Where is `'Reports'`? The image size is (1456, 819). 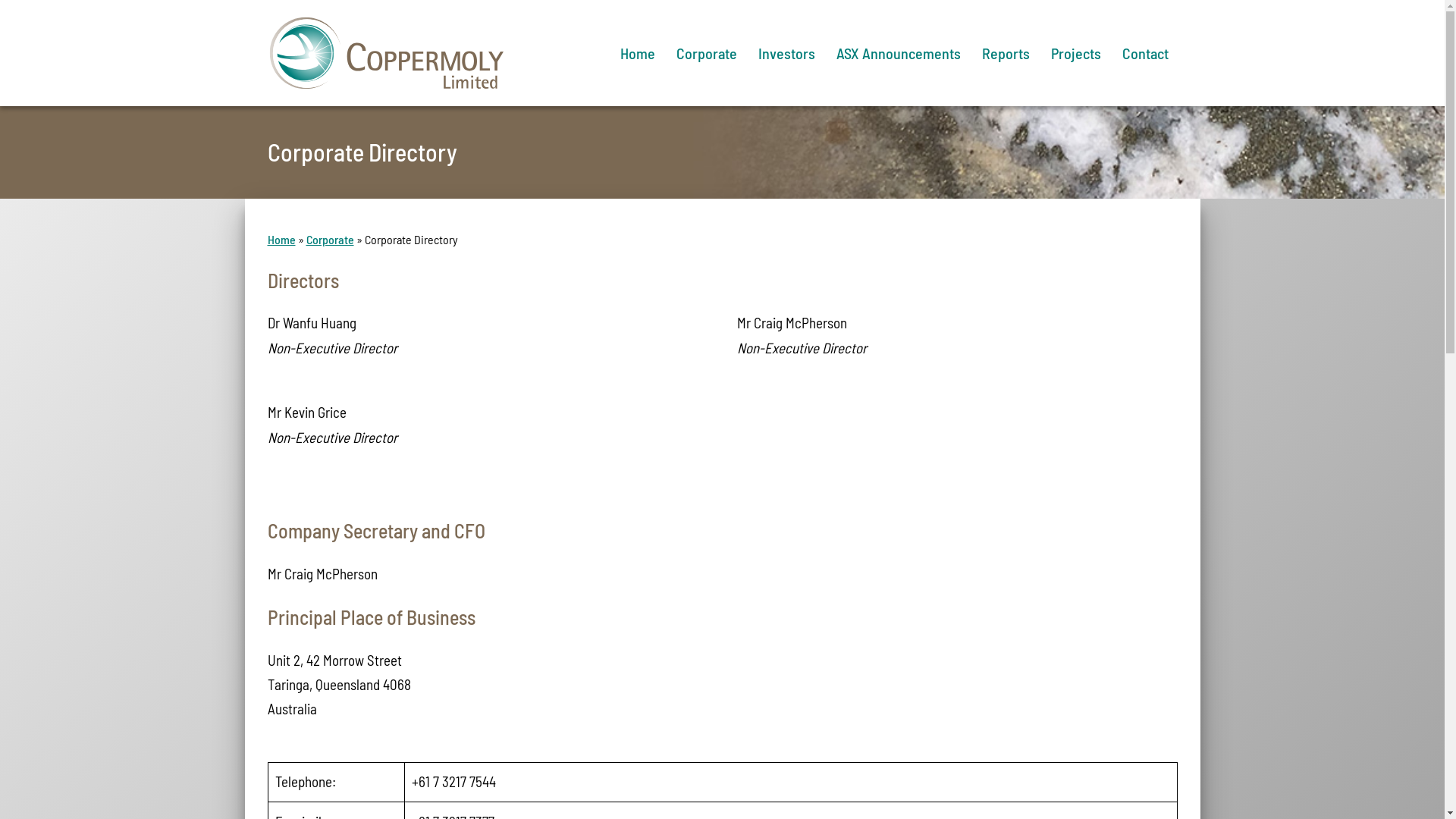
'Reports' is located at coordinates (1005, 52).